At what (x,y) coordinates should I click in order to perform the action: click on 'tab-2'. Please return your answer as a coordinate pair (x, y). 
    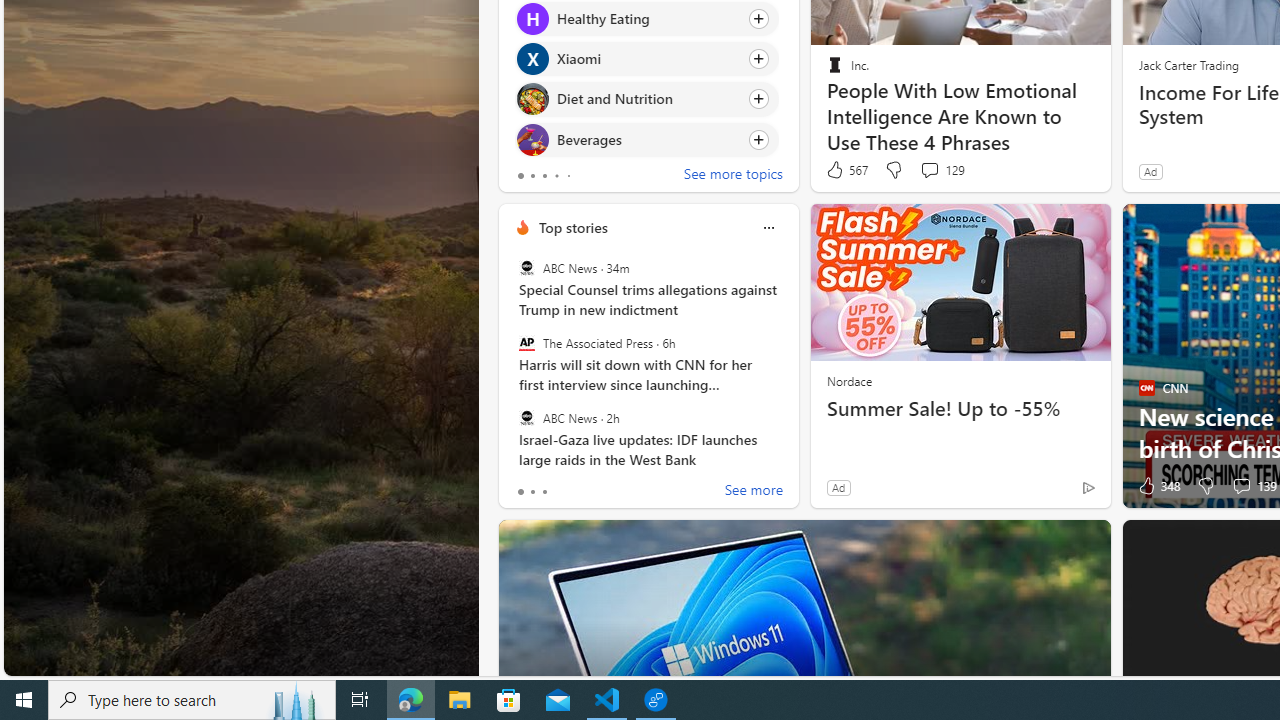
    Looking at the image, I should click on (544, 492).